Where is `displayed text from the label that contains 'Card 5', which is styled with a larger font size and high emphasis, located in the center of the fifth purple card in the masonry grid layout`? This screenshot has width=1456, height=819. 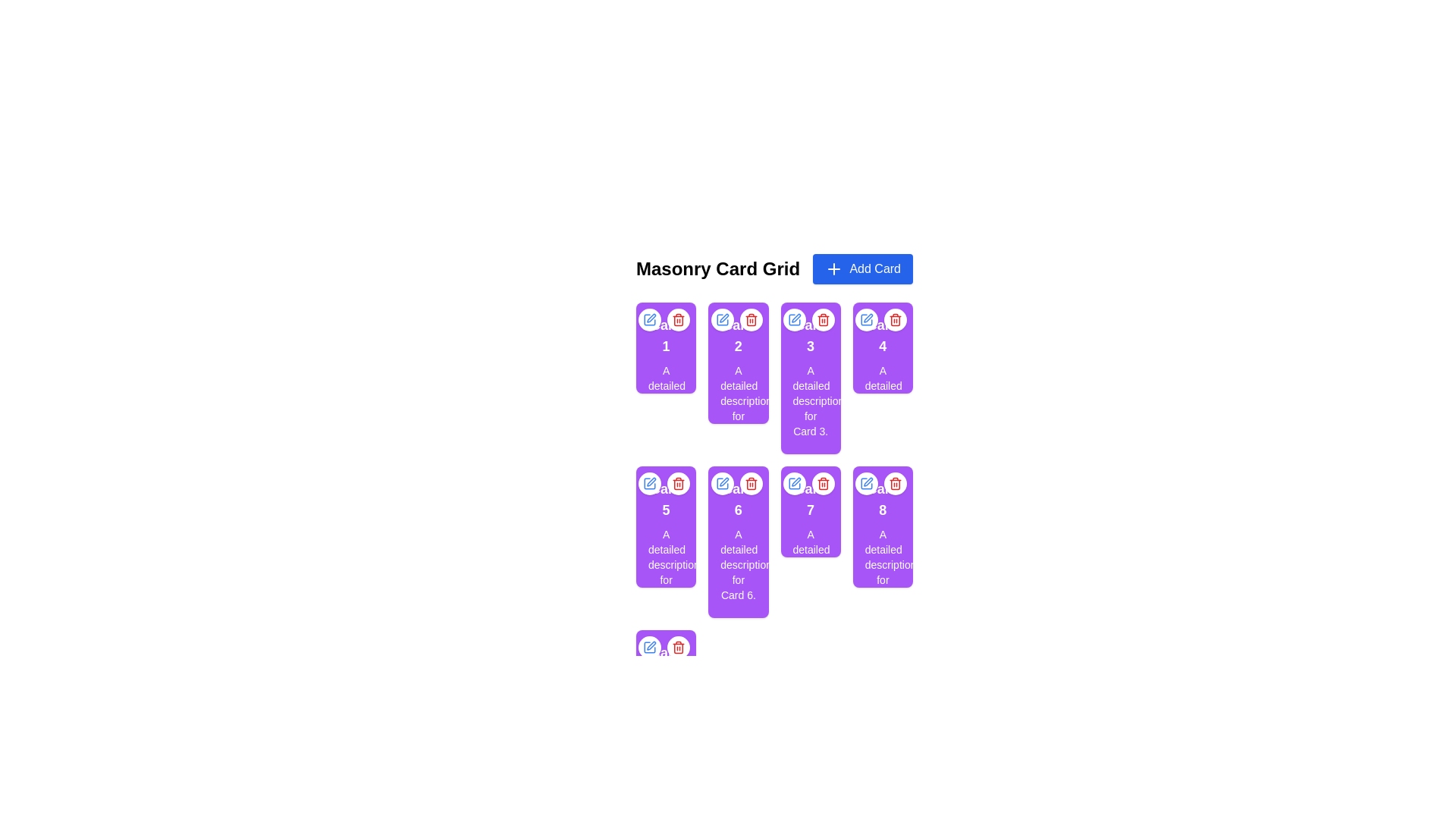 displayed text from the label that contains 'Card 5', which is styled with a larger font size and high emphasis, located in the center of the fifth purple card in the masonry grid layout is located at coordinates (666, 500).